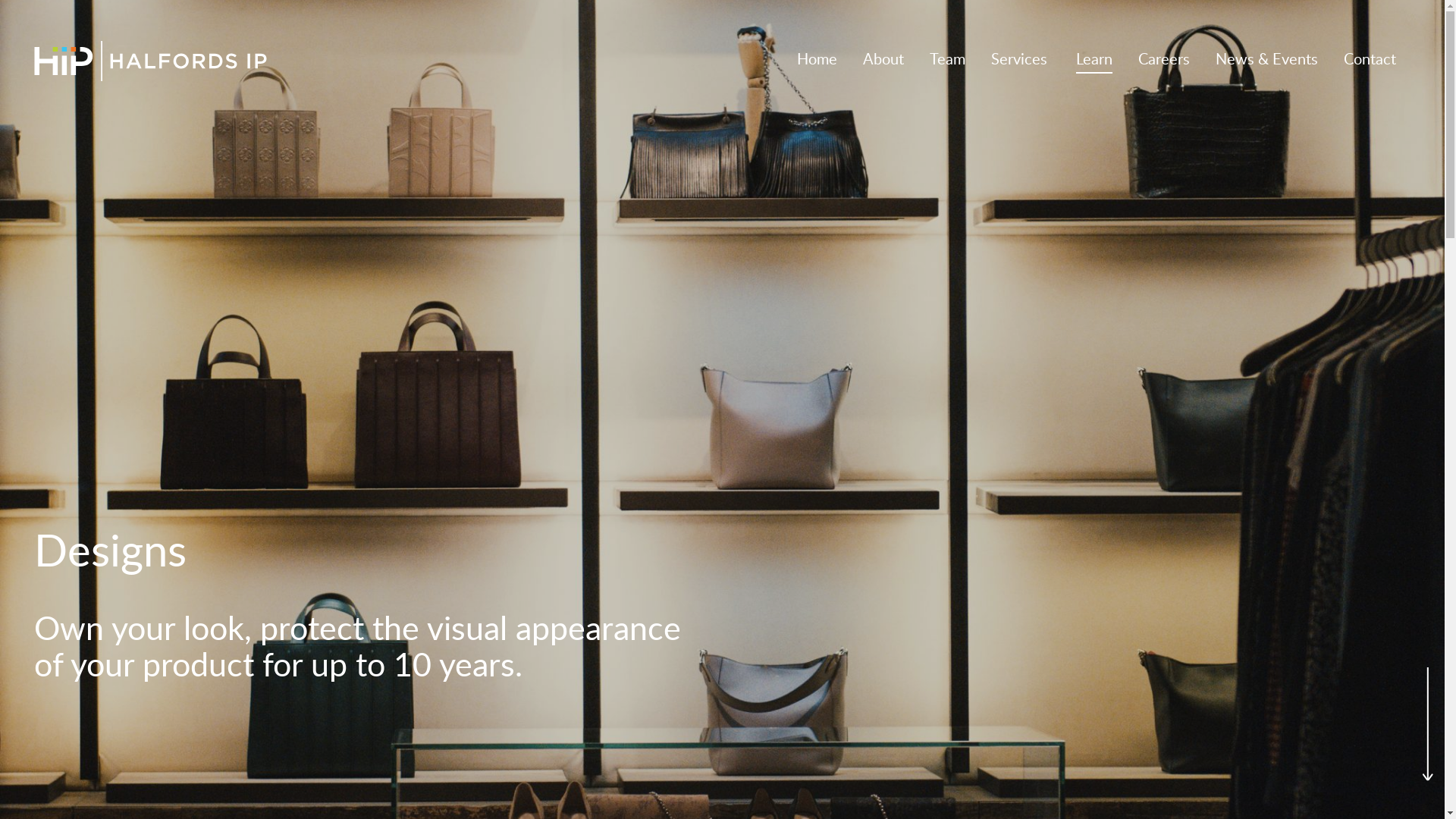  Describe the element at coordinates (816, 60) in the screenshot. I see `'Home'` at that location.